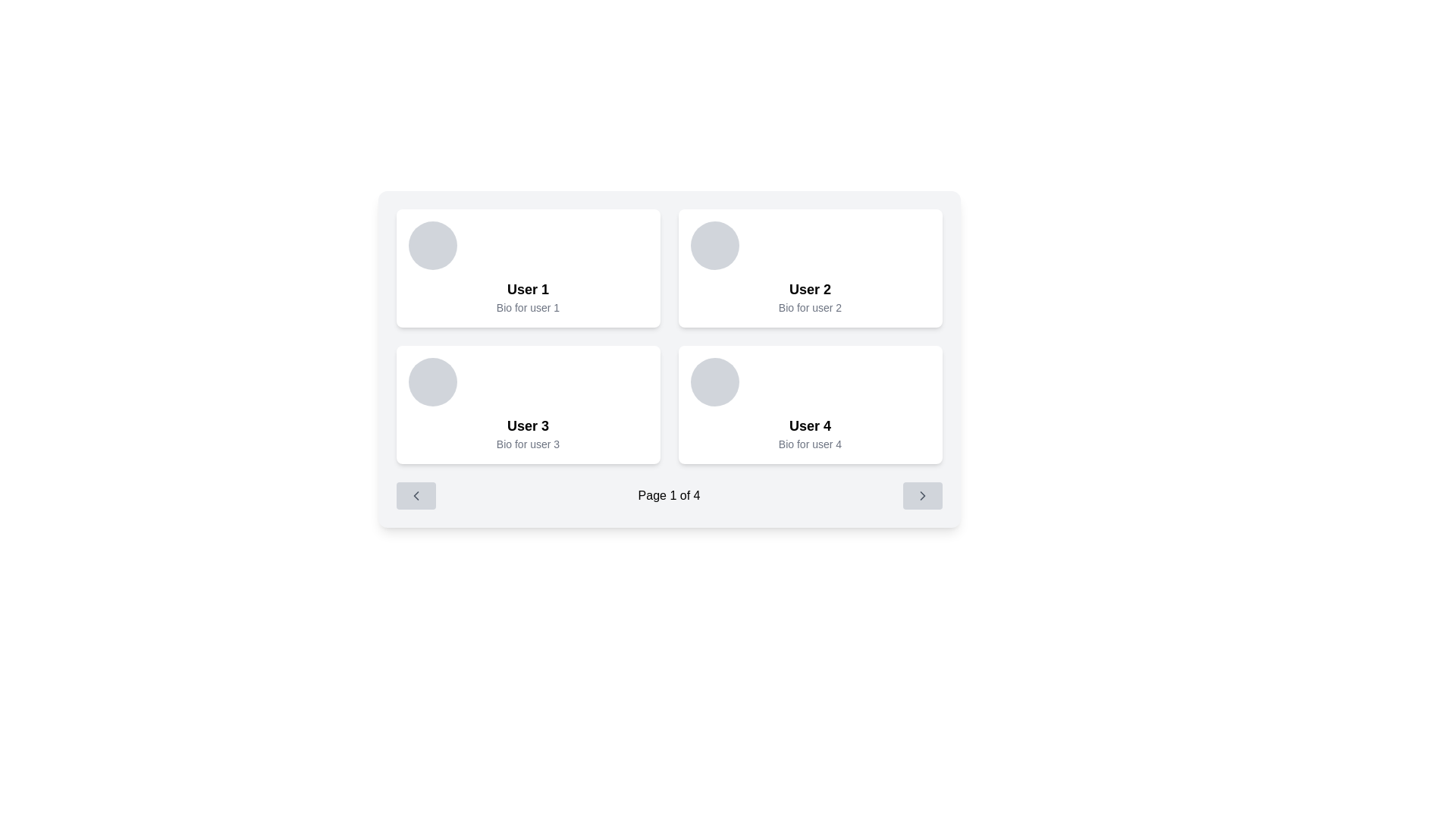  I want to click on the right pagination icon located in the horizontal pagination control panel at the bottom of the interface to advance to the next page, so click(921, 496).